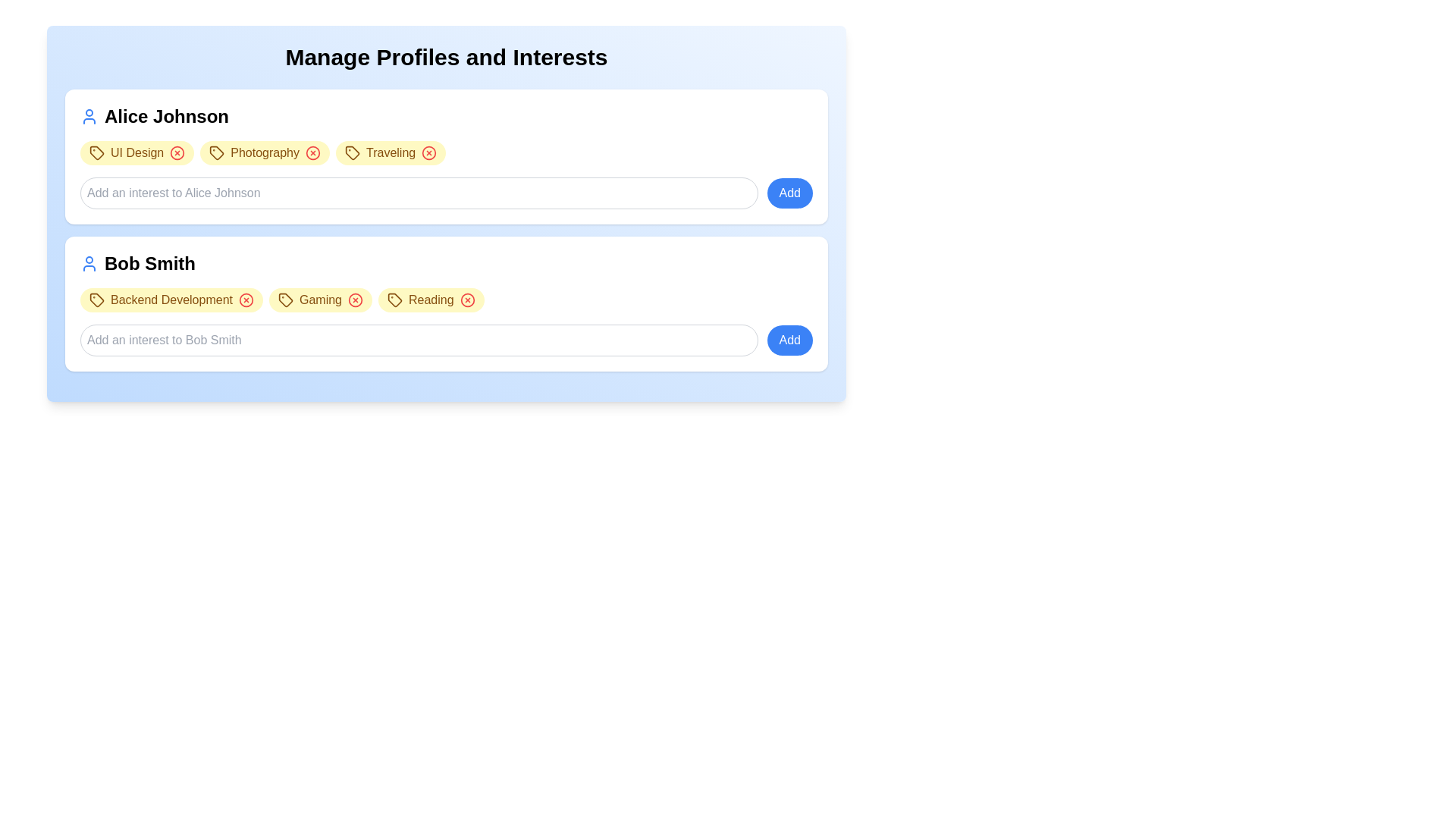 This screenshot has width=1456, height=819. Describe the element at coordinates (177, 152) in the screenshot. I see `the circular removal button next to the 'UI Design' tag in Alice Johnson's profile` at that location.